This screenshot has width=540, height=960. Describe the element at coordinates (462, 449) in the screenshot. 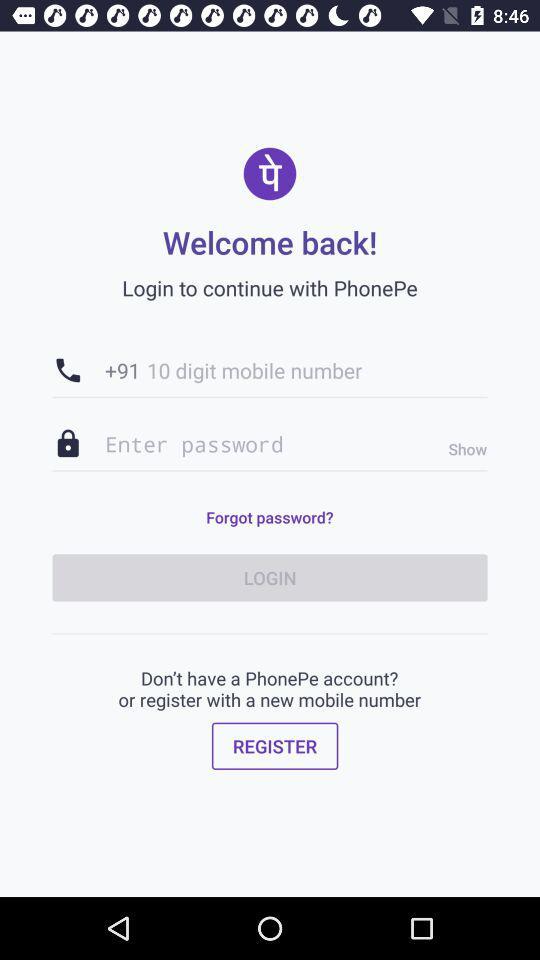

I see `item above login item` at that location.